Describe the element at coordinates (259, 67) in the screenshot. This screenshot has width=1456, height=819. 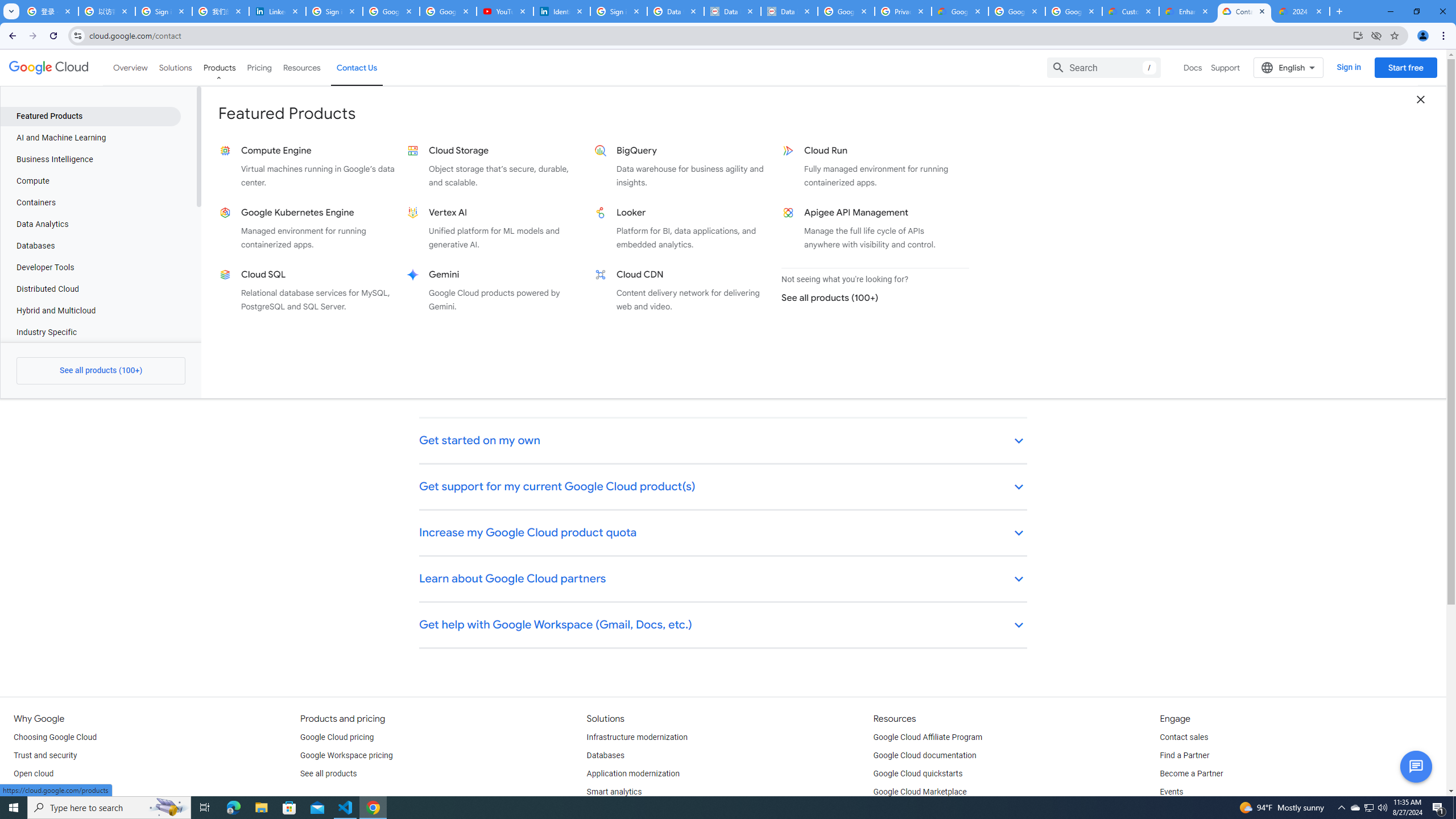
I see `'Pricing'` at that location.